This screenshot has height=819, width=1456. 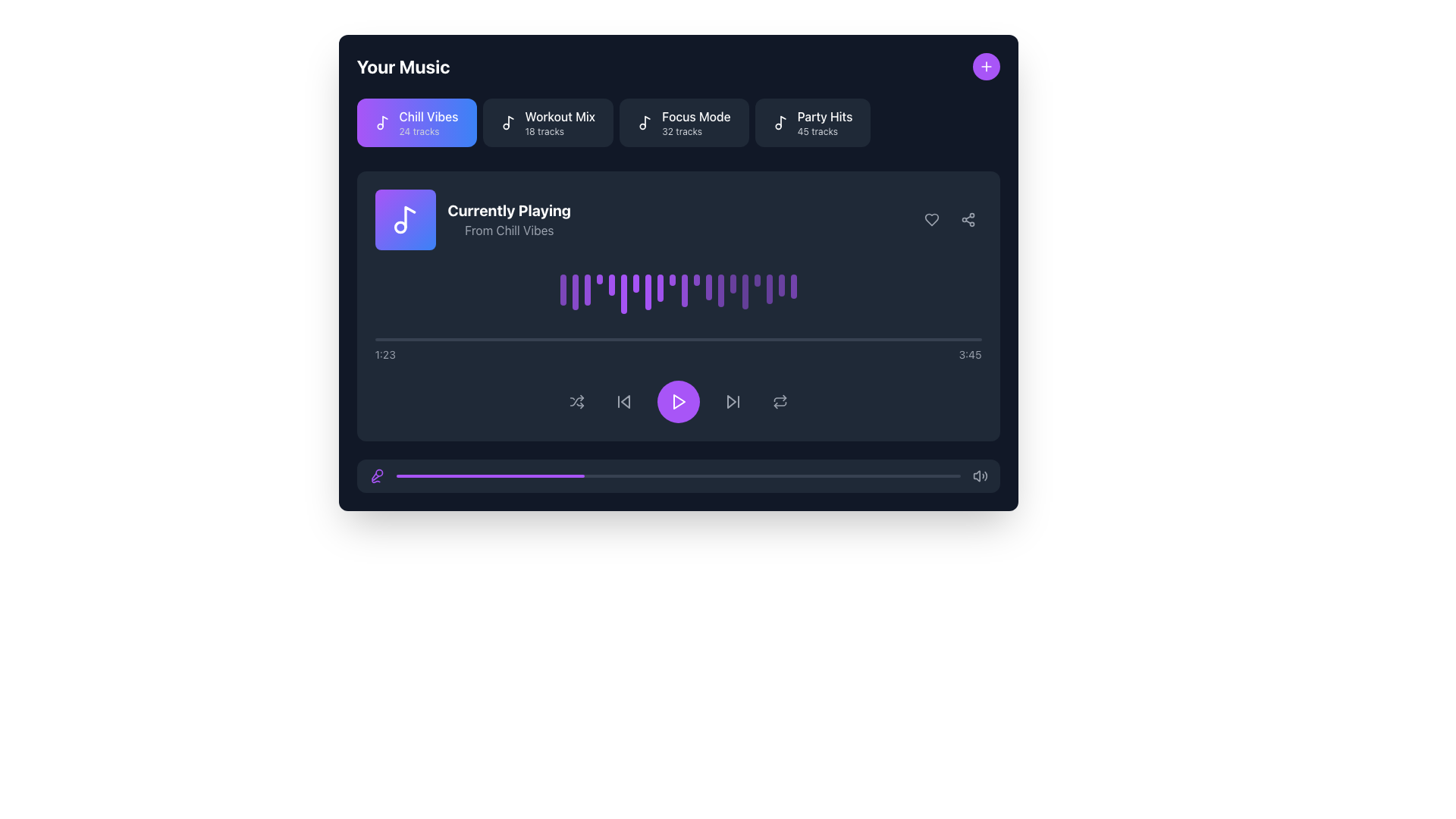 What do you see at coordinates (509, 231) in the screenshot?
I see `the Text Label displaying 'From Chill Vibes', which is located directly beneath the title 'Currently Playing' in the playback section of the application interface` at bounding box center [509, 231].